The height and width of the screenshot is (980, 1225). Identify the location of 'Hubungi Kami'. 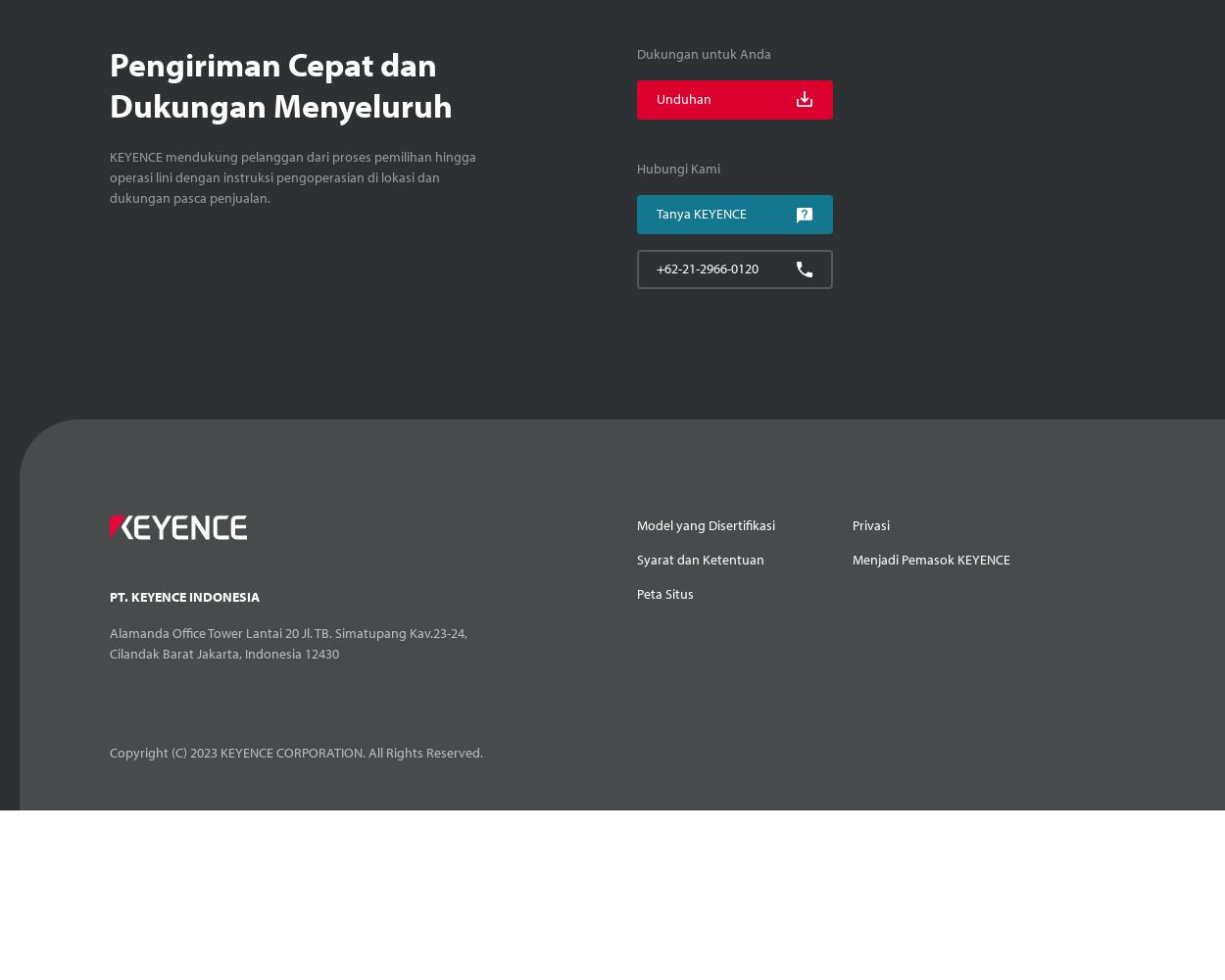
(676, 169).